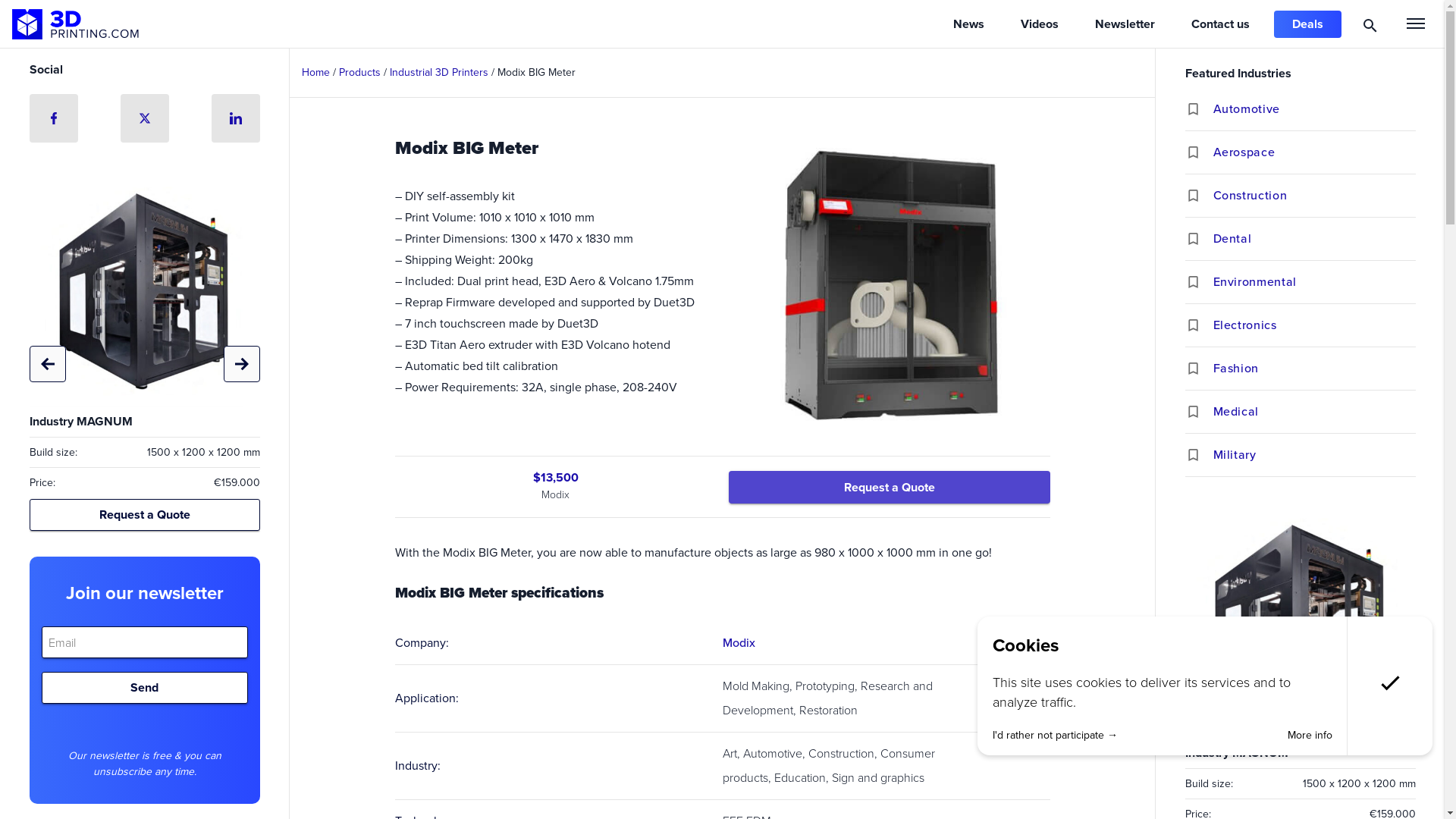  Describe the element at coordinates (438, 72) in the screenshot. I see `'Industrial 3D Printers'` at that location.